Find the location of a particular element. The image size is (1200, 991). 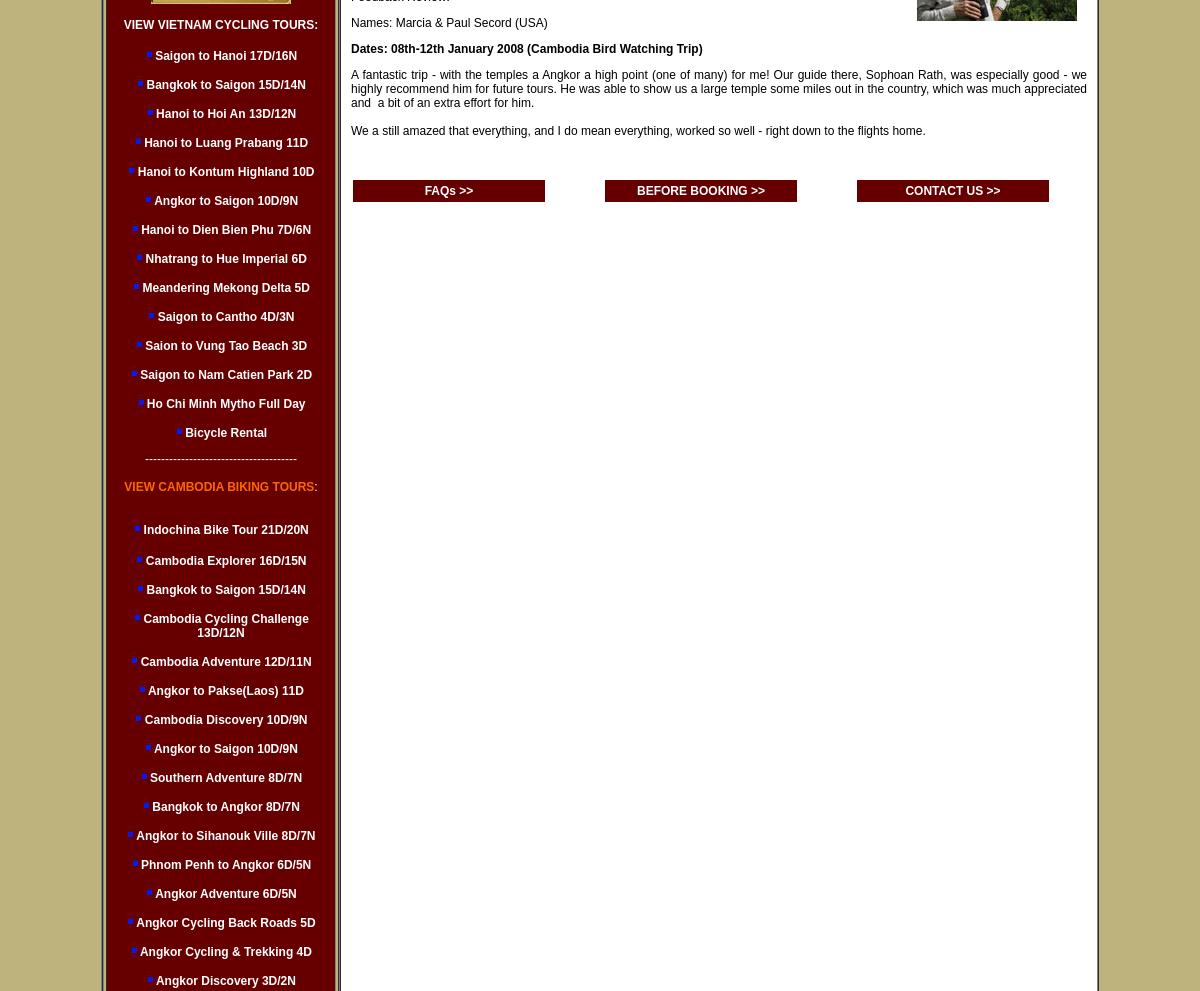

'BEFORE BOOKING >>' is located at coordinates (700, 189).